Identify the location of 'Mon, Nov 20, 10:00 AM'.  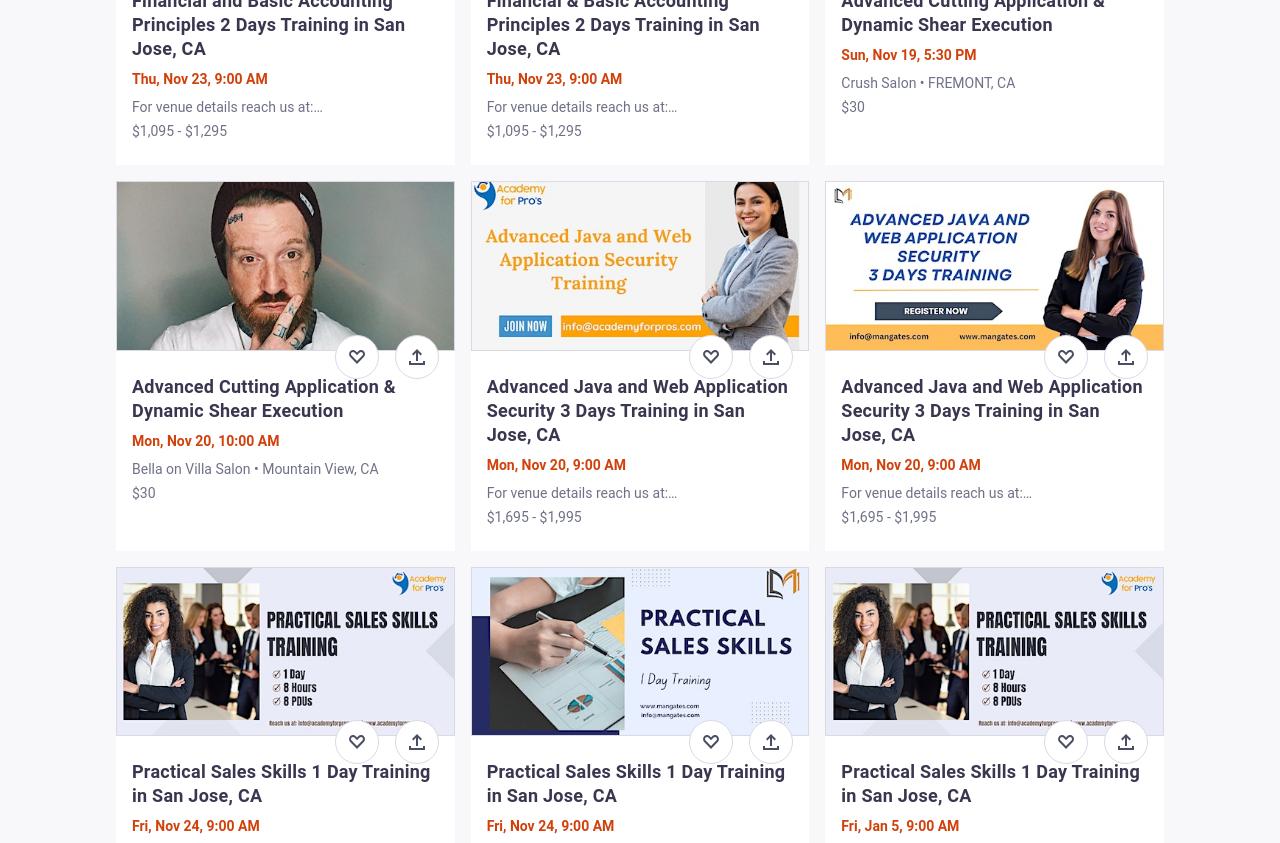
(130, 439).